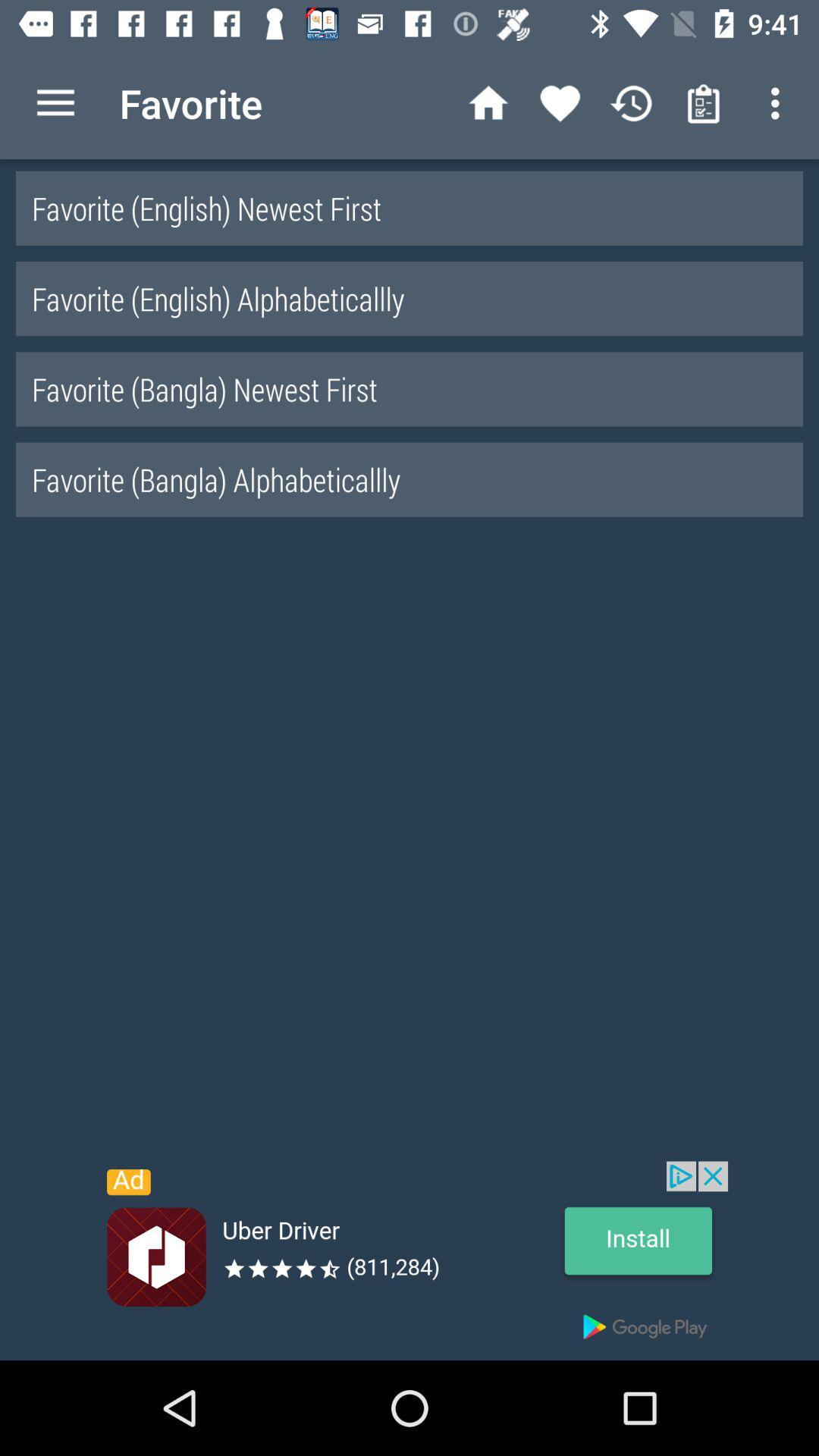 The image size is (819, 1456). What do you see at coordinates (409, 1260) in the screenshot?
I see `open advertisement in app store` at bounding box center [409, 1260].